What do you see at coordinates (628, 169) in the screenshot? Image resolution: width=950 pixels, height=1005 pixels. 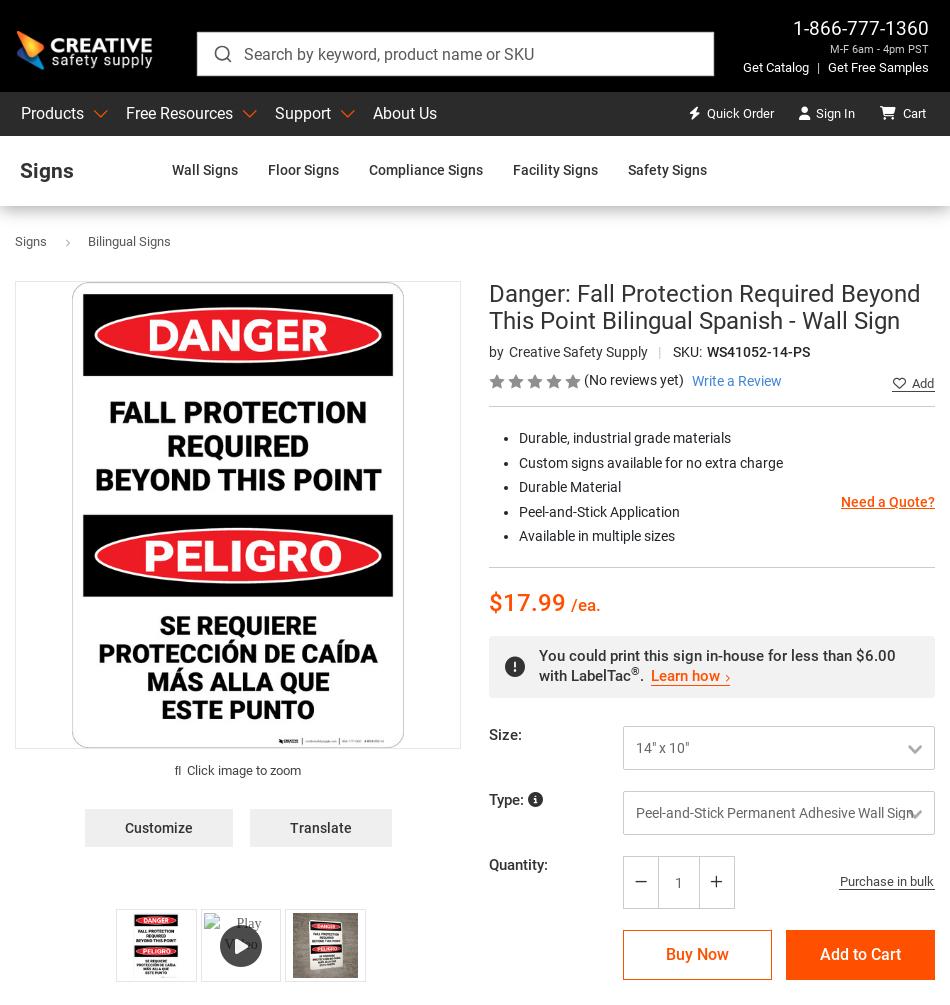 I see `'Safety Signs'` at bounding box center [628, 169].